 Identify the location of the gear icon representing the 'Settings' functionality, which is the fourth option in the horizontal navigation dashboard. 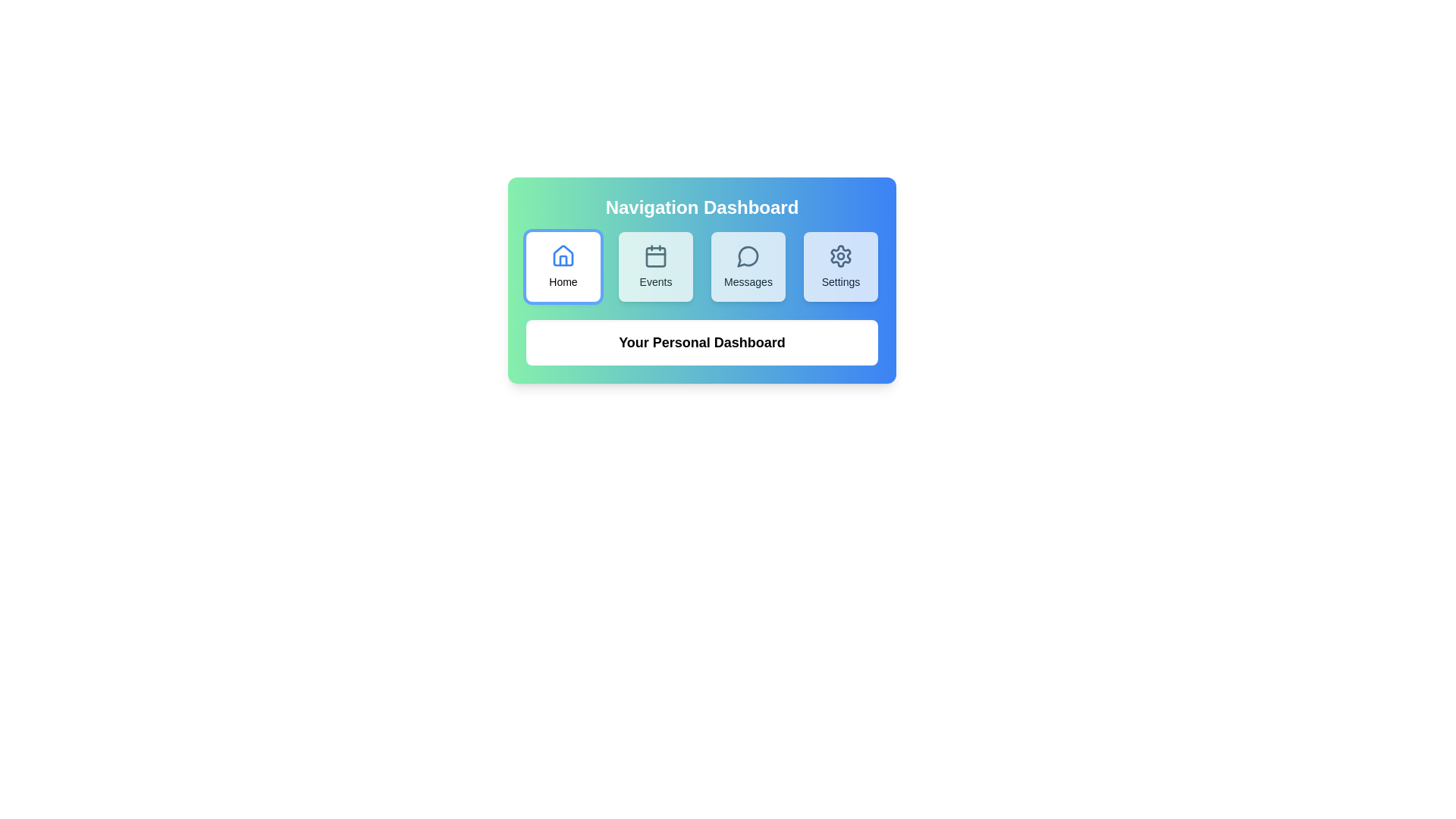
(839, 256).